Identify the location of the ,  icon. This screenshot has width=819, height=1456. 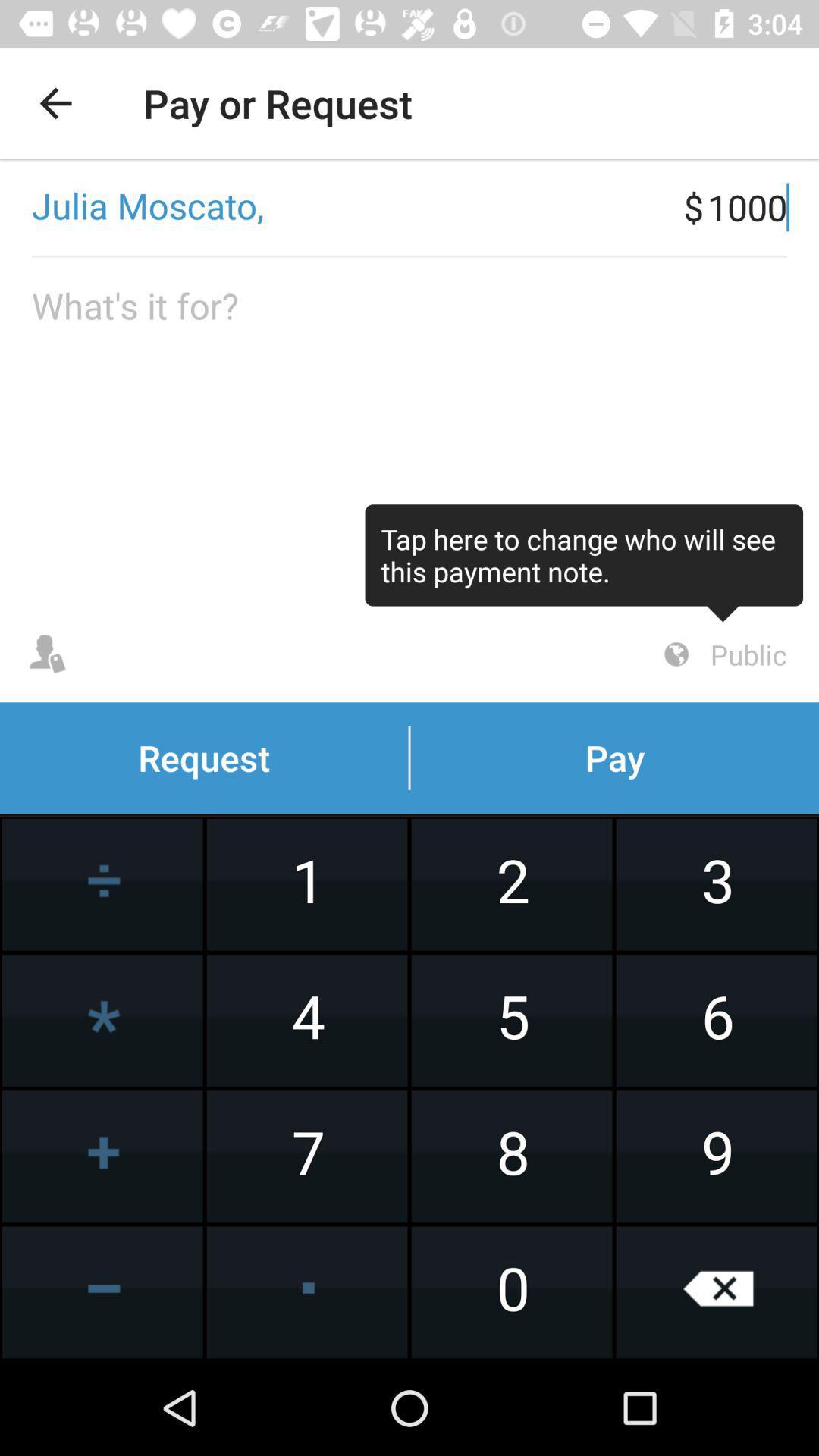
(341, 206).